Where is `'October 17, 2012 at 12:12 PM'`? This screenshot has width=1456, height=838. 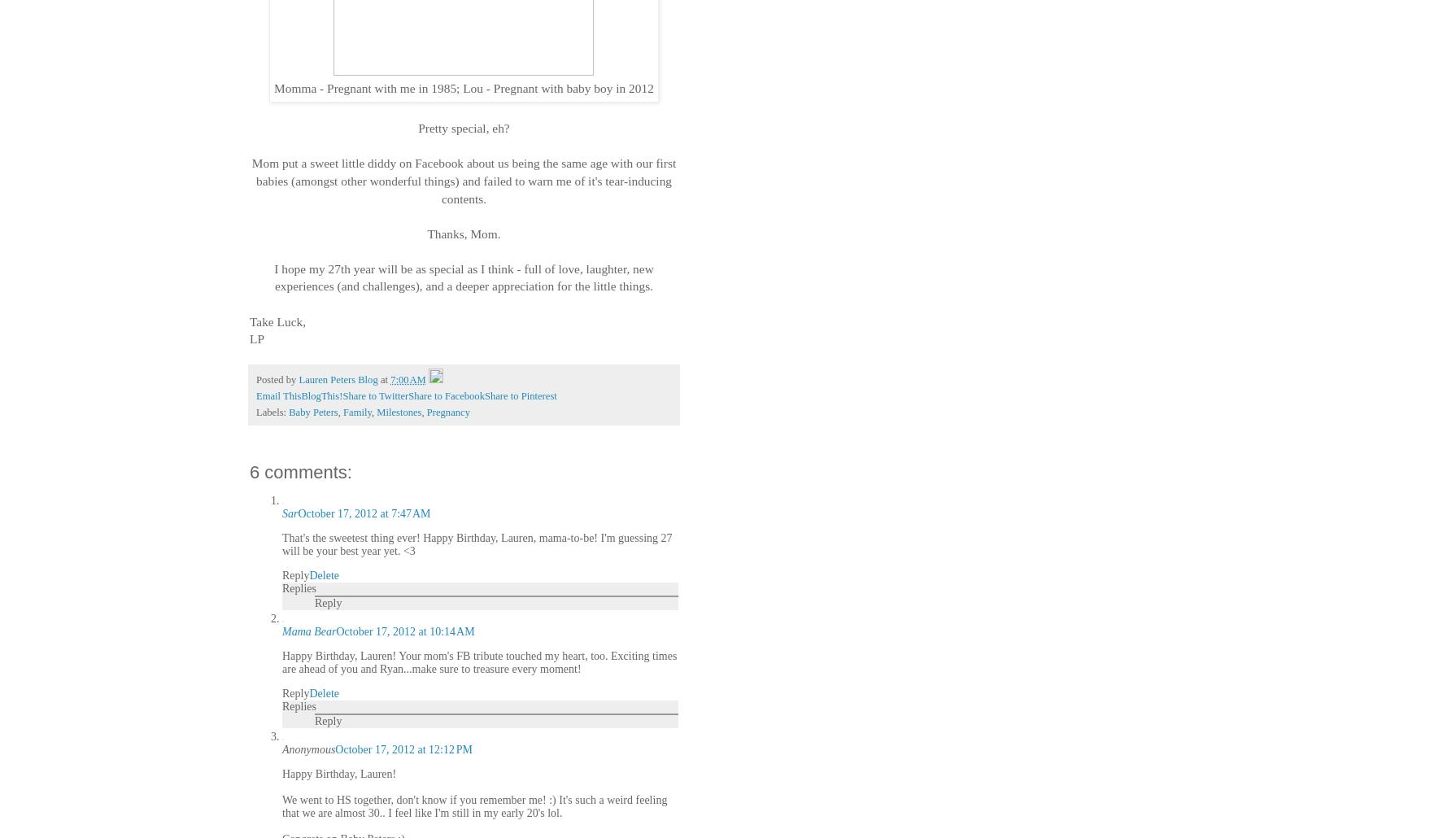
'October 17, 2012 at 12:12 PM' is located at coordinates (403, 749).